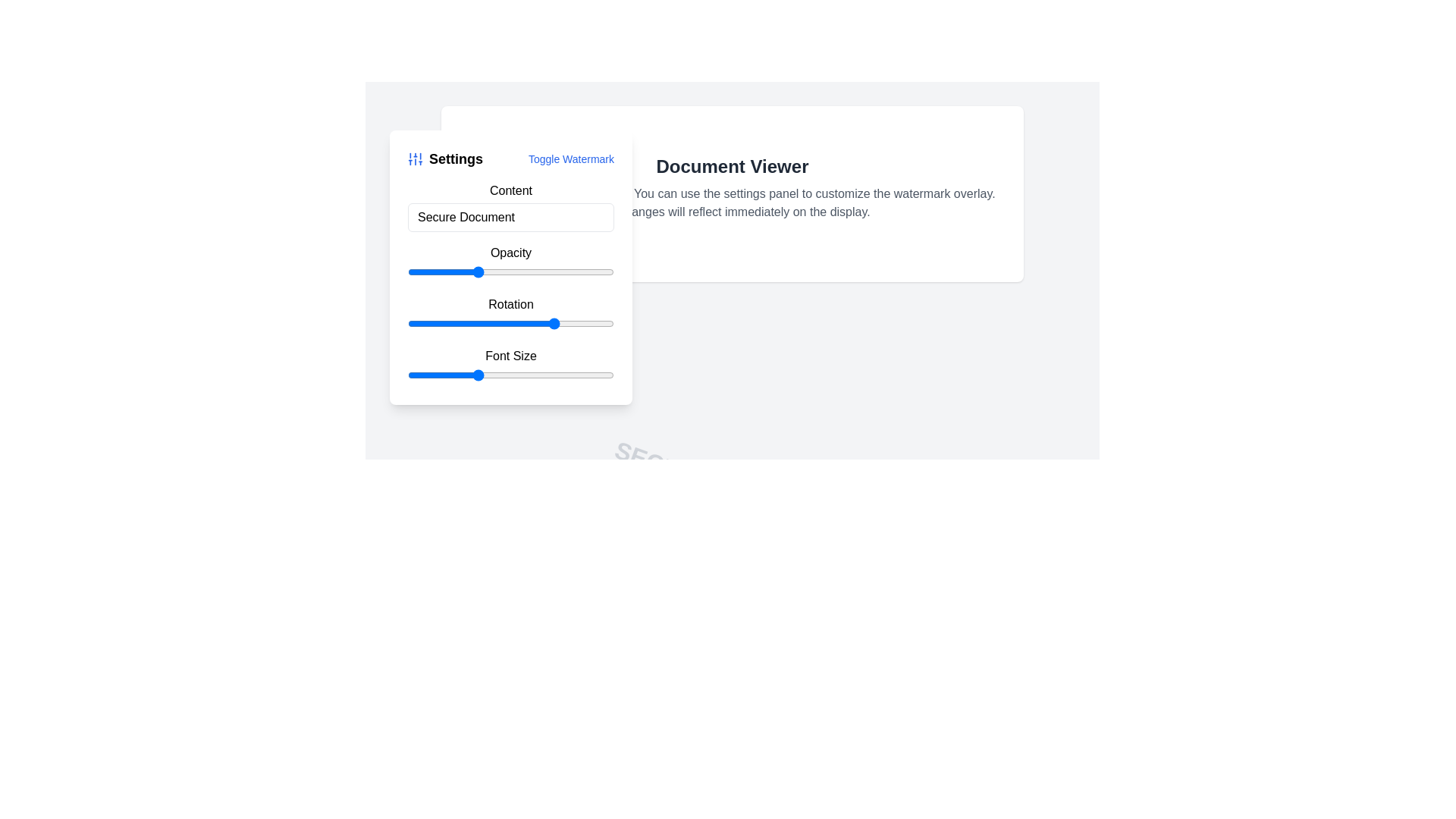 The image size is (1456, 819). I want to click on the font size slider, so click(463, 375).